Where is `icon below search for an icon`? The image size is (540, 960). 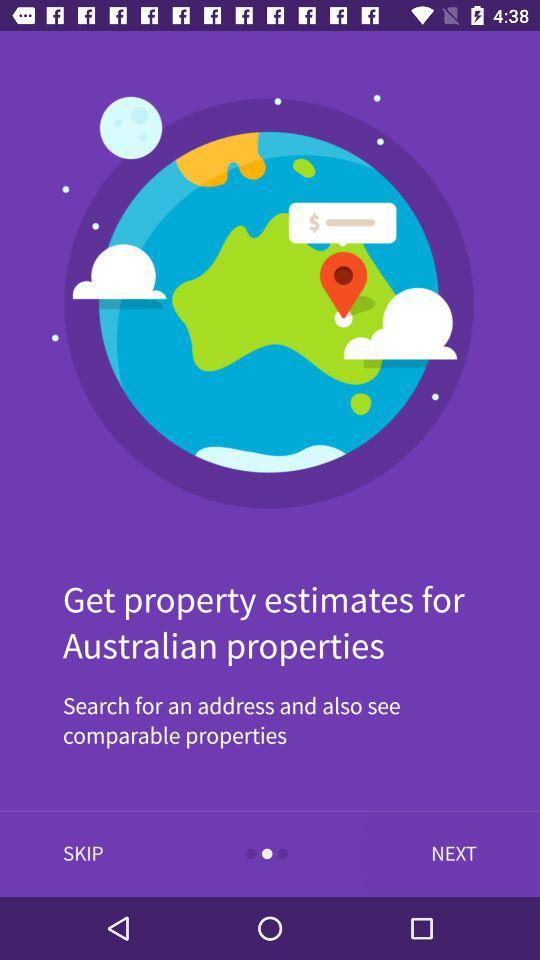
icon below search for an icon is located at coordinates (449, 853).